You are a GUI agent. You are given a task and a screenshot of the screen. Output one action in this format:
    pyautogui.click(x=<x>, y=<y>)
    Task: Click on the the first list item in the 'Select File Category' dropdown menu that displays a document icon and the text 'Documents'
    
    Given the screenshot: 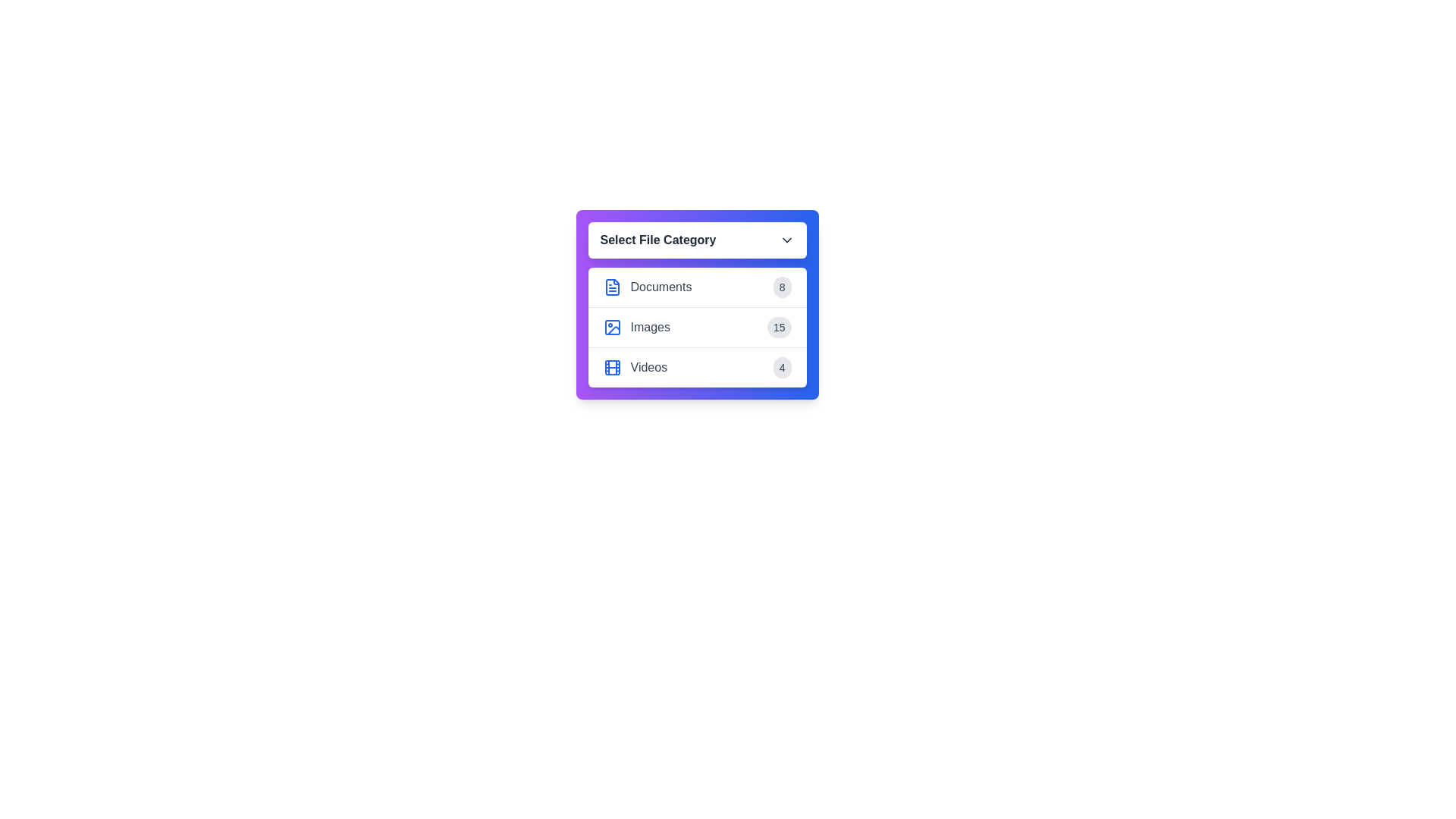 What is the action you would take?
    pyautogui.click(x=648, y=287)
    